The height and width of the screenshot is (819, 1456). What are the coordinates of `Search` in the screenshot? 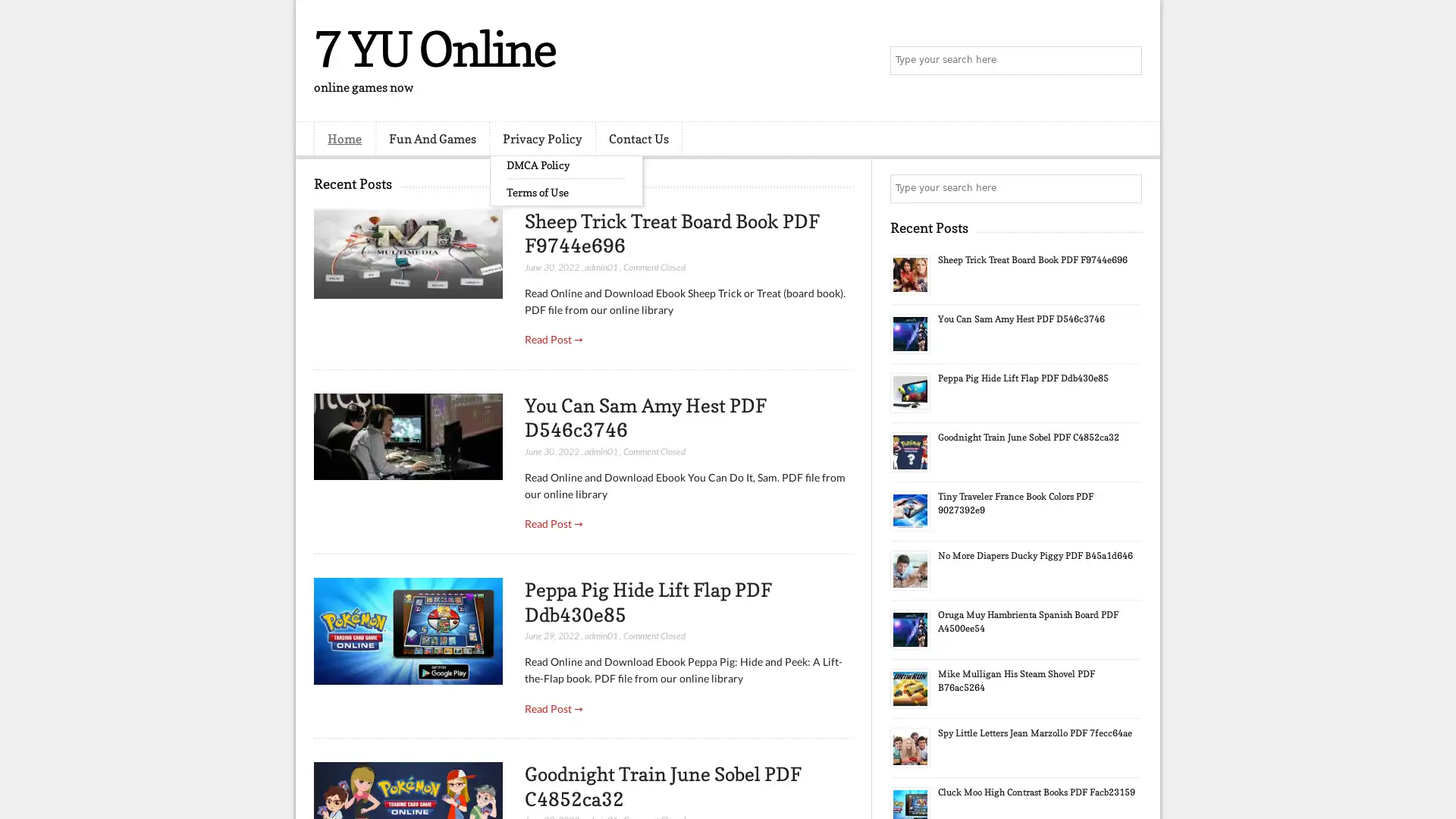 It's located at (1126, 188).